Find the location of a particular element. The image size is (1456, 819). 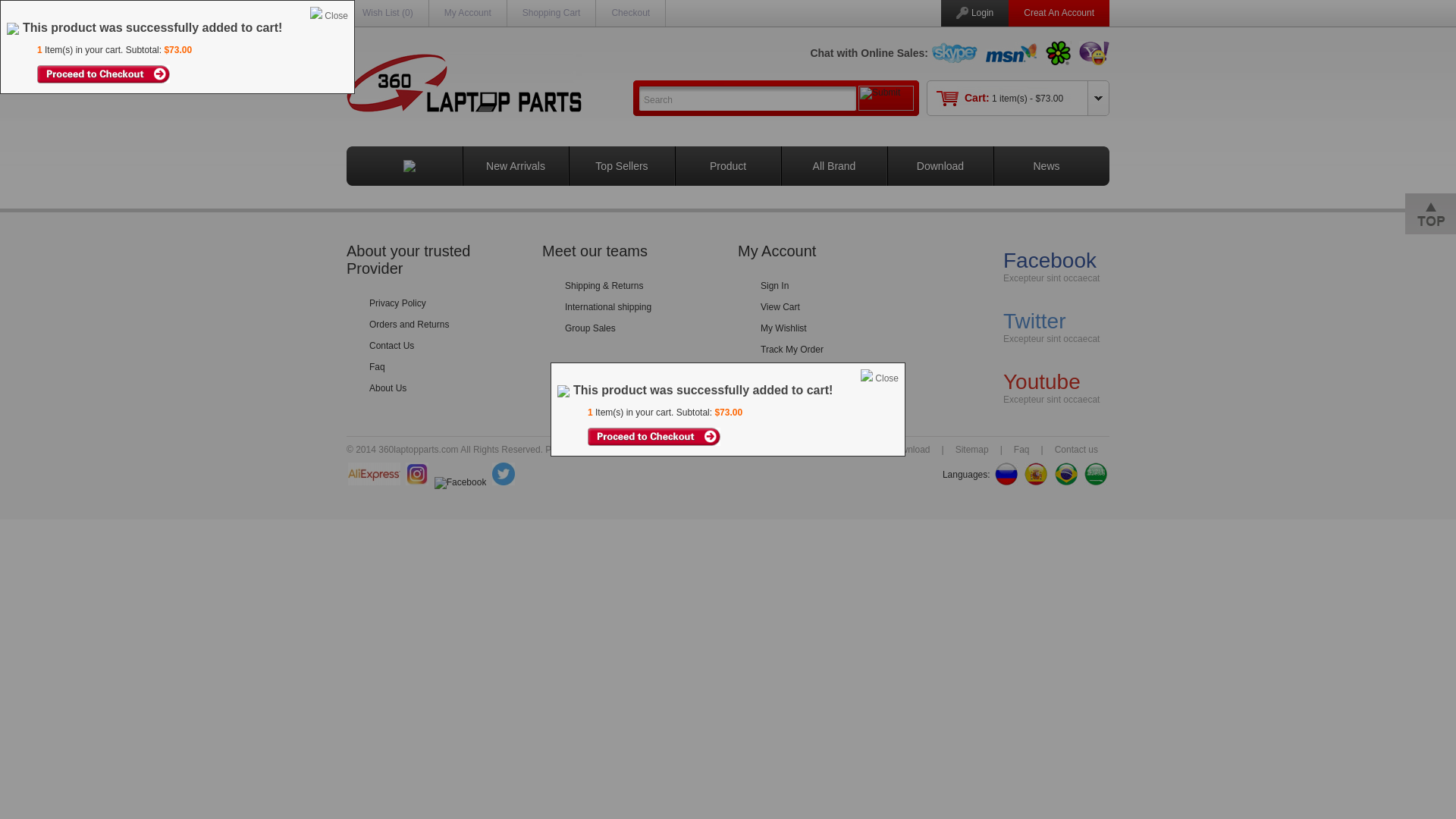

'About us' is located at coordinates (817, 449).